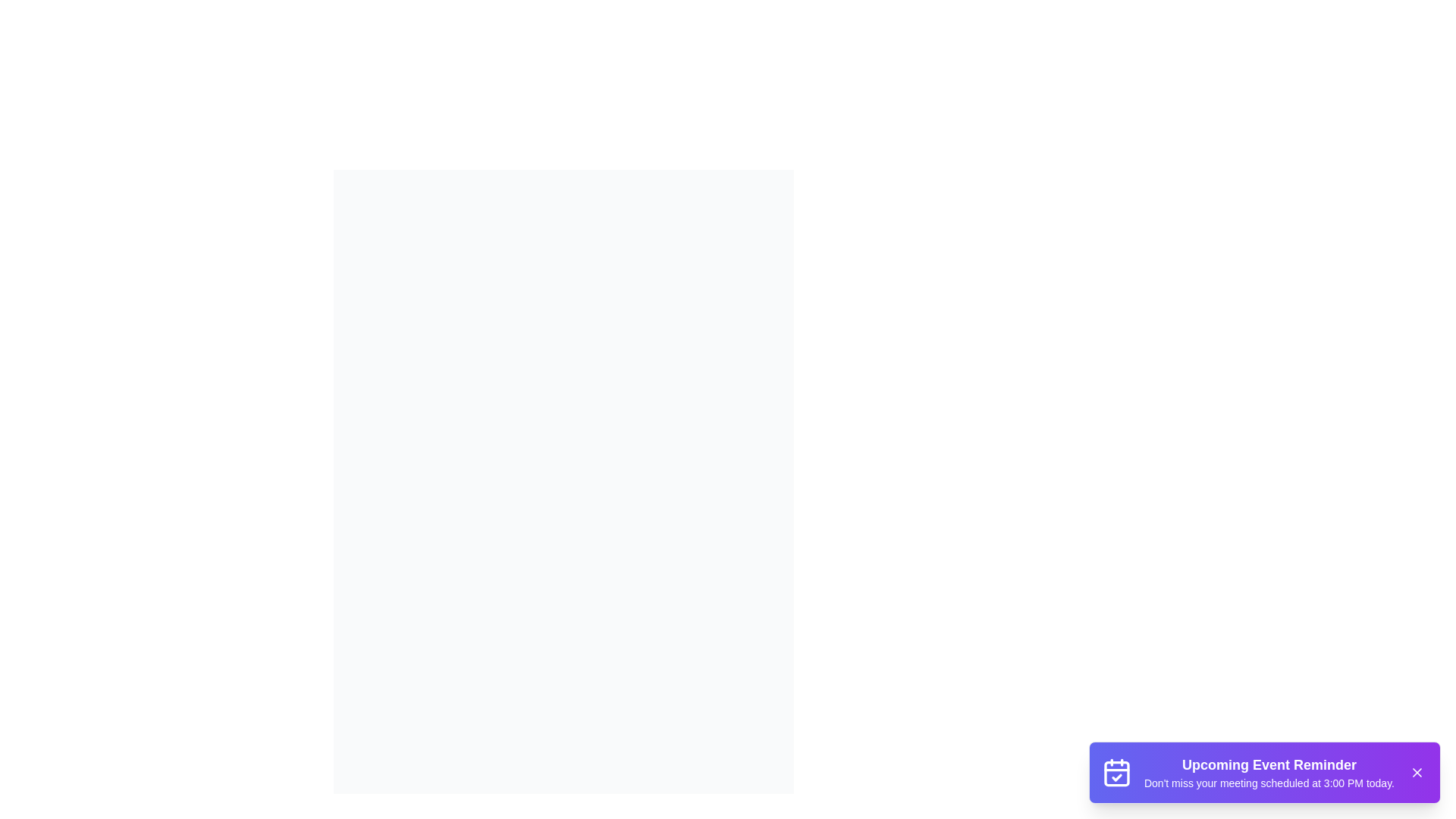  What do you see at coordinates (1416, 772) in the screenshot?
I see `the close button to dismiss the notification` at bounding box center [1416, 772].